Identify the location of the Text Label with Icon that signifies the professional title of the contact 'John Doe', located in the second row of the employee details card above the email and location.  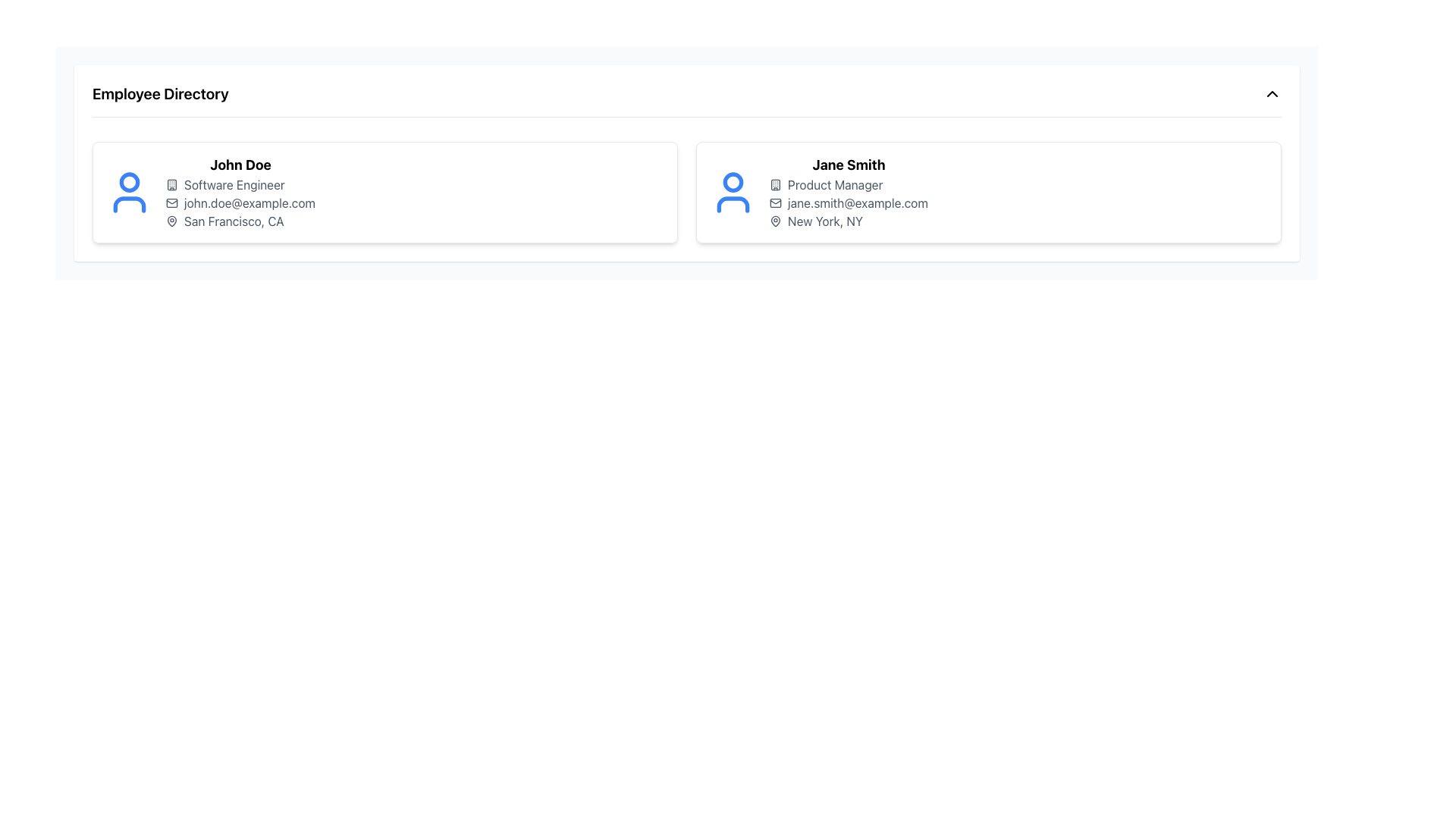
(240, 184).